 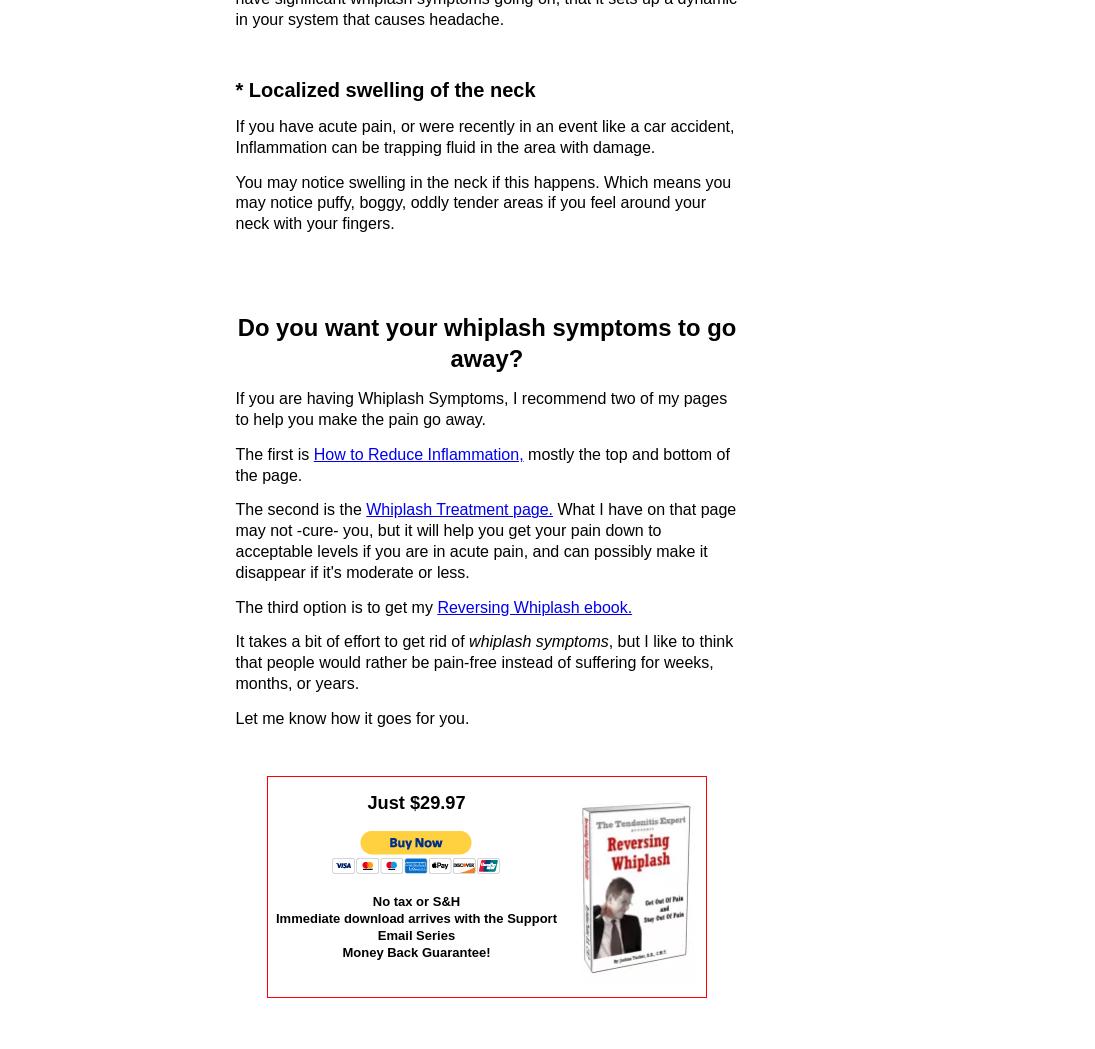 I want to click on 'You may notice swelling in the neck if this happens. Which means
you may notice puffy, boggy, oddly tender areas if you feel around your
neck with your fingers.', so click(x=234, y=201).